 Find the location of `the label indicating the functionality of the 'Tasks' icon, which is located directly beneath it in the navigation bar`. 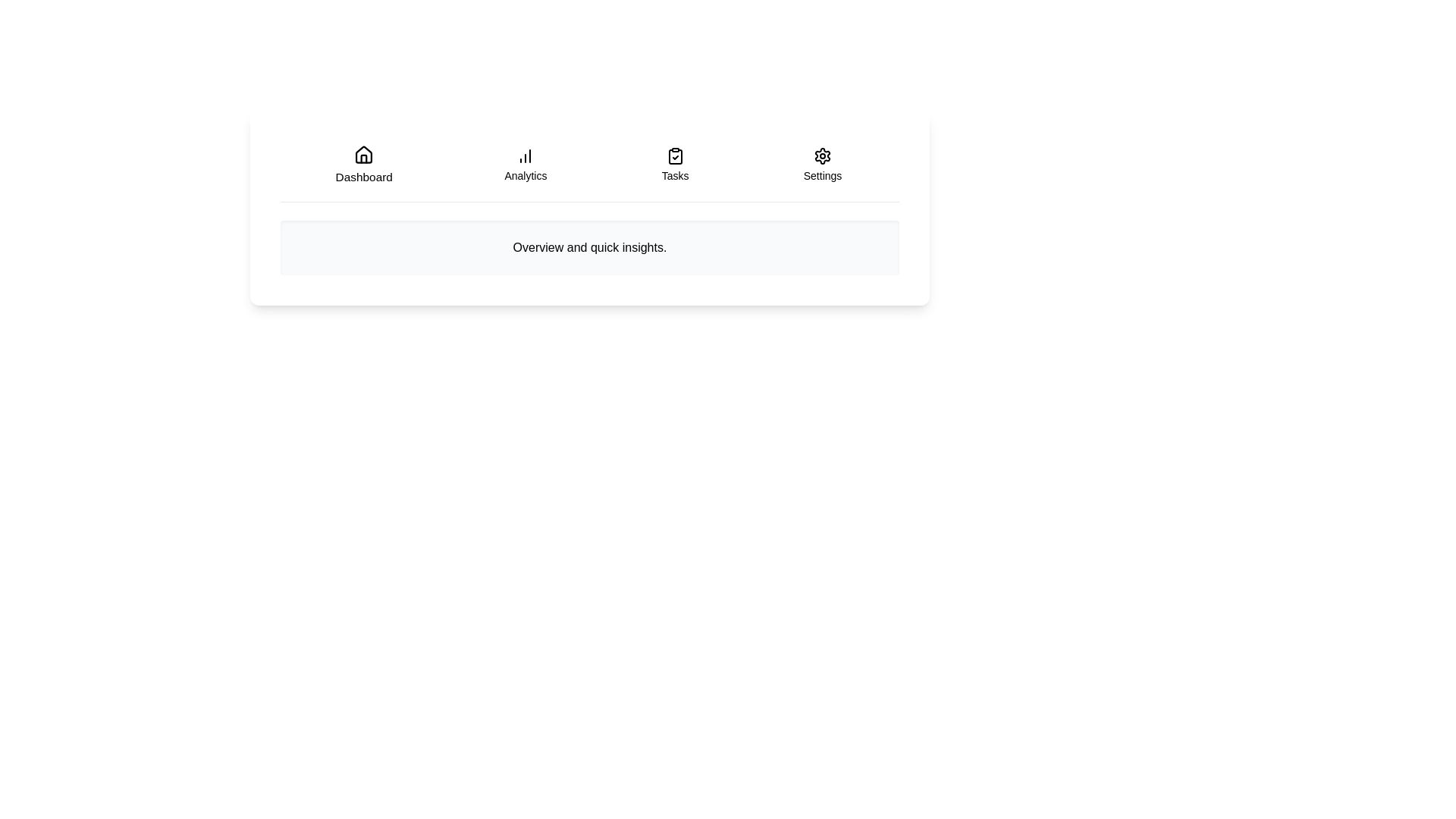

the label indicating the functionality of the 'Tasks' icon, which is located directly beneath it in the navigation bar is located at coordinates (674, 174).